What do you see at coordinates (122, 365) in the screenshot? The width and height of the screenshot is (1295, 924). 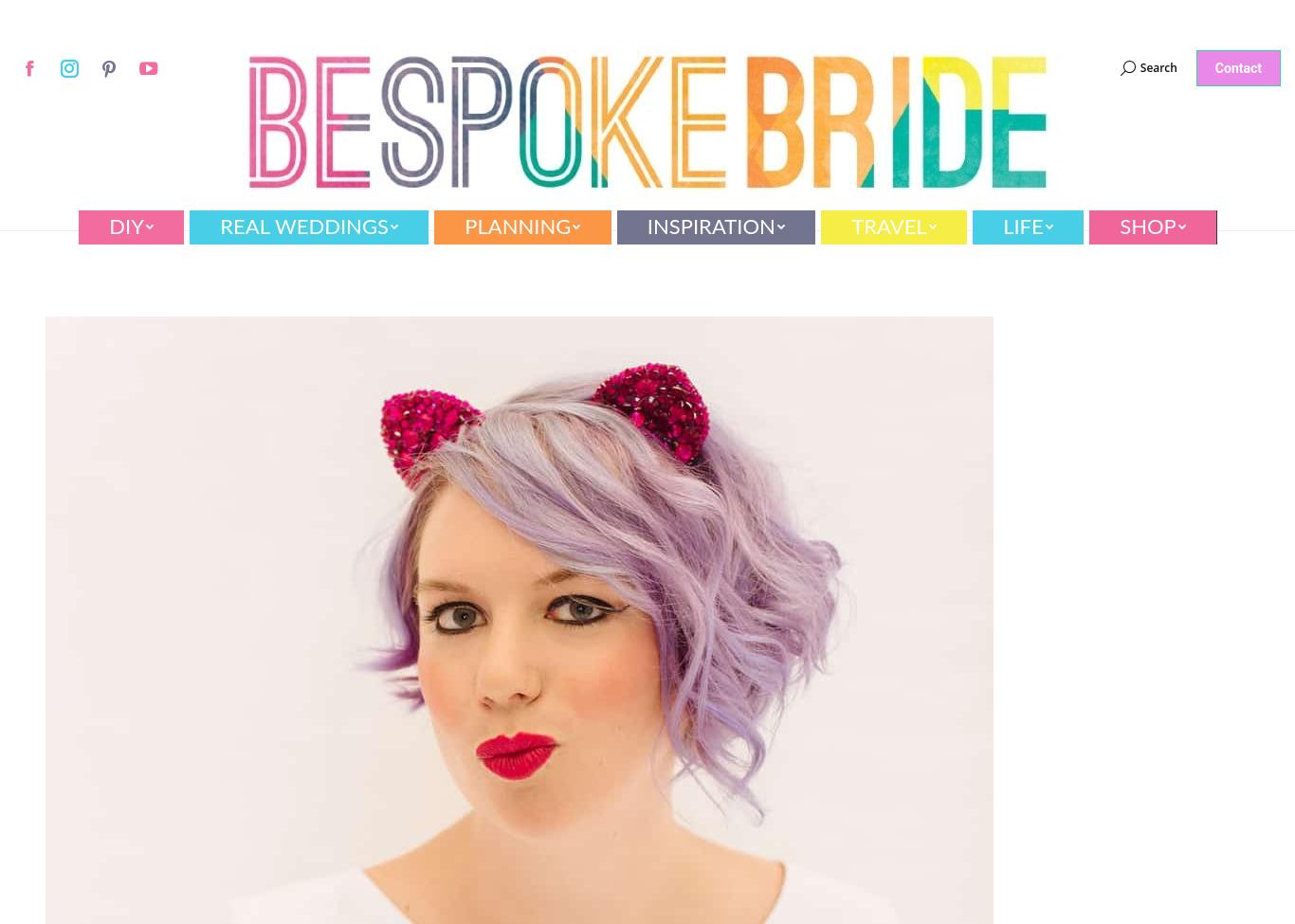 I see `'Flowers'` at bounding box center [122, 365].